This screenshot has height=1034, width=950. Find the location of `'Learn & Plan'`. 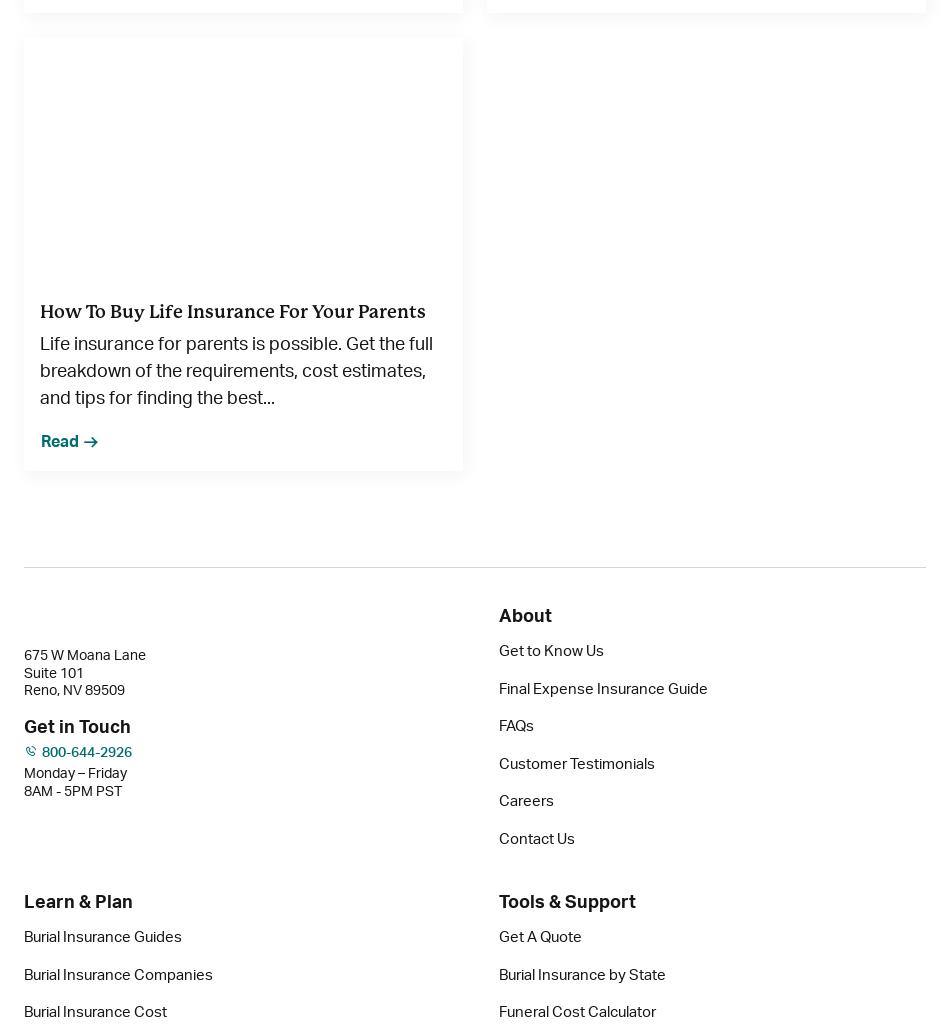

'Learn & Plan' is located at coordinates (24, 901).